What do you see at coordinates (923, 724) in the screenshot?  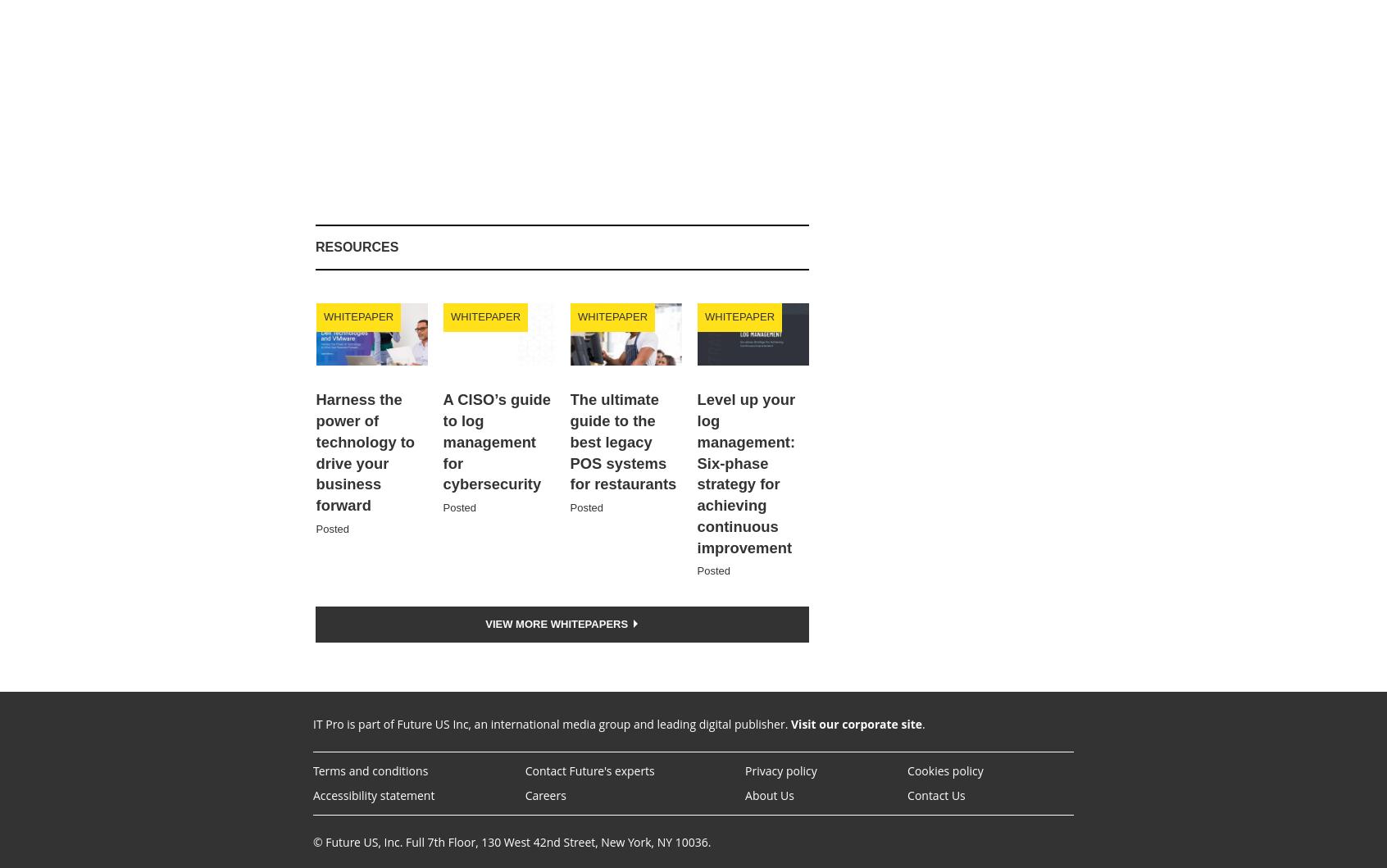 I see `'.'` at bounding box center [923, 724].